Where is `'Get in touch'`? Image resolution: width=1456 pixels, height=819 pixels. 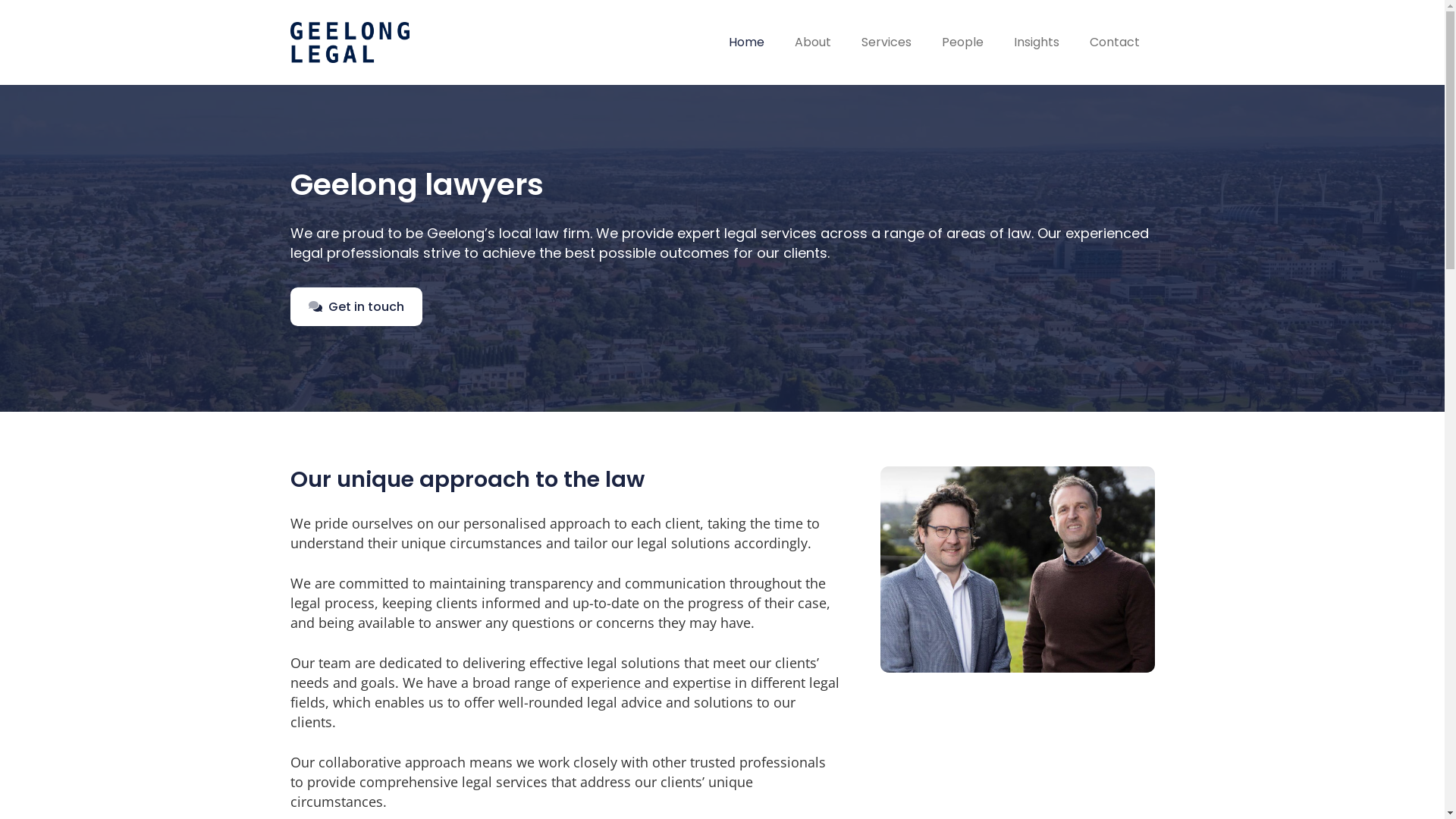
'Get in touch' is located at coordinates (355, 306).